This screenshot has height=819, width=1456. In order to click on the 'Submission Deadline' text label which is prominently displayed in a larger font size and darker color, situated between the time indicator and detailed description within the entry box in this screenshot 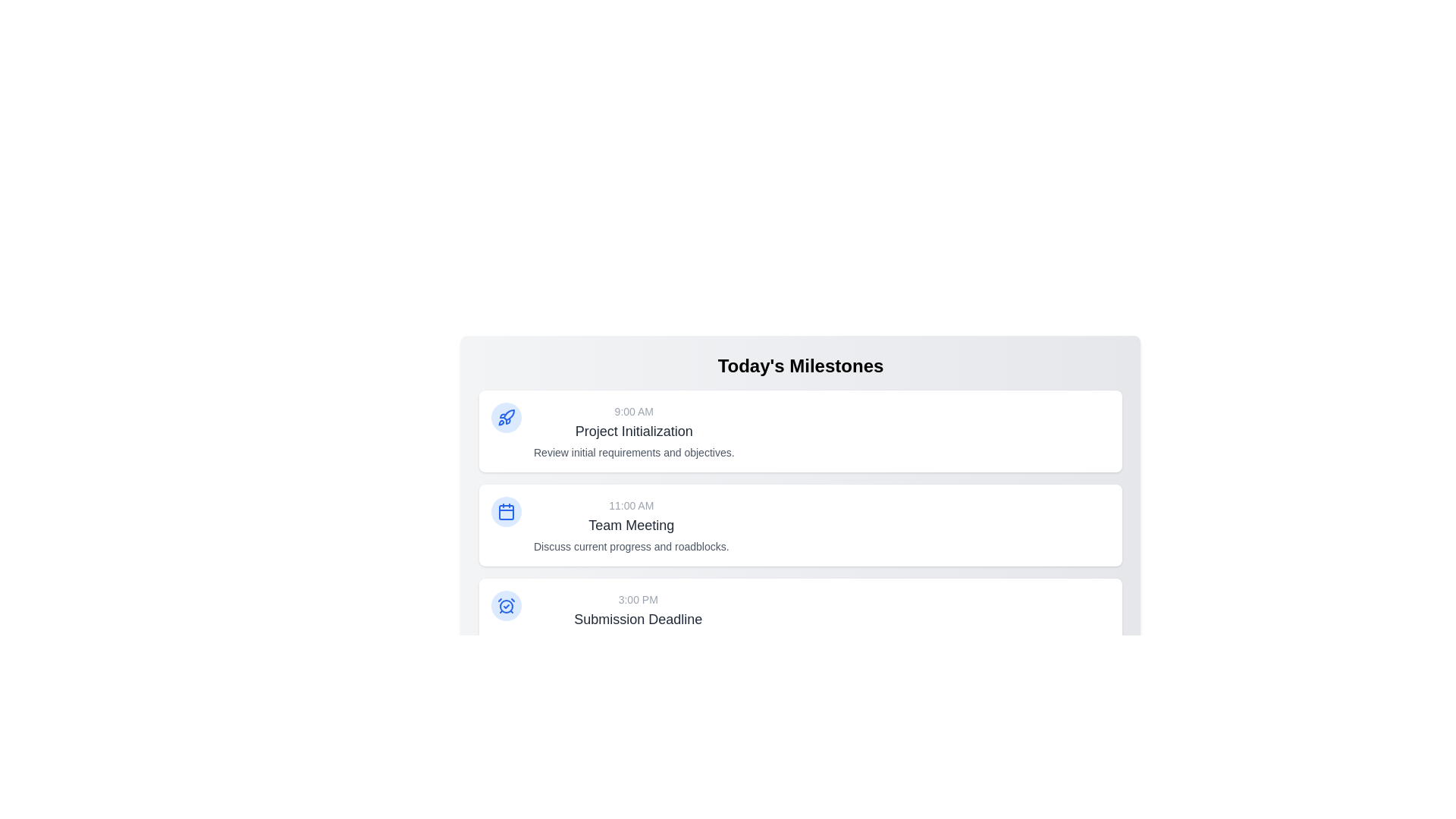, I will do `click(638, 620)`.